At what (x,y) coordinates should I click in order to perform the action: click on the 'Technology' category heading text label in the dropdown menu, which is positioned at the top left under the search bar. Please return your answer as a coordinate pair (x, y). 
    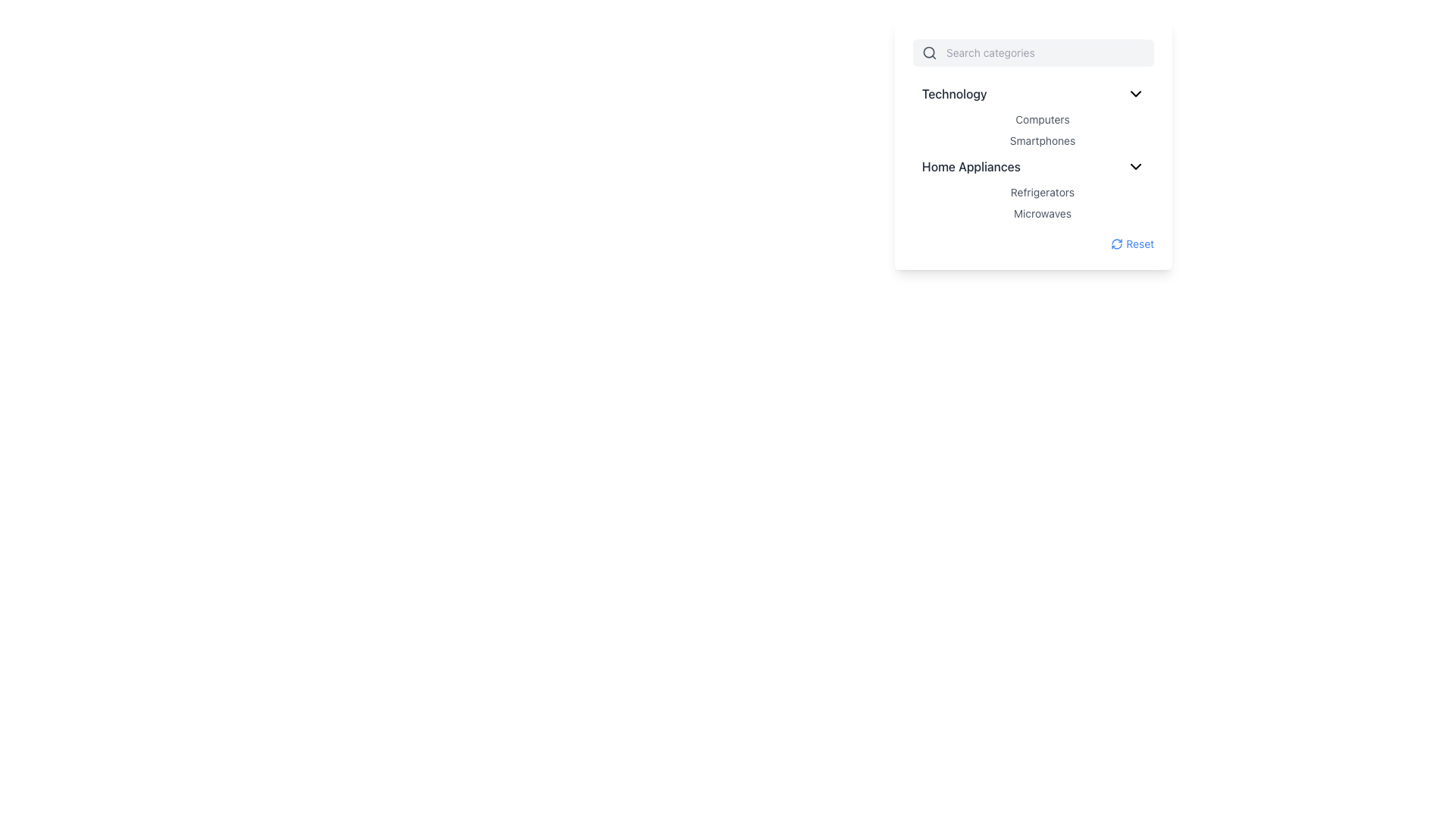
    Looking at the image, I should click on (953, 93).